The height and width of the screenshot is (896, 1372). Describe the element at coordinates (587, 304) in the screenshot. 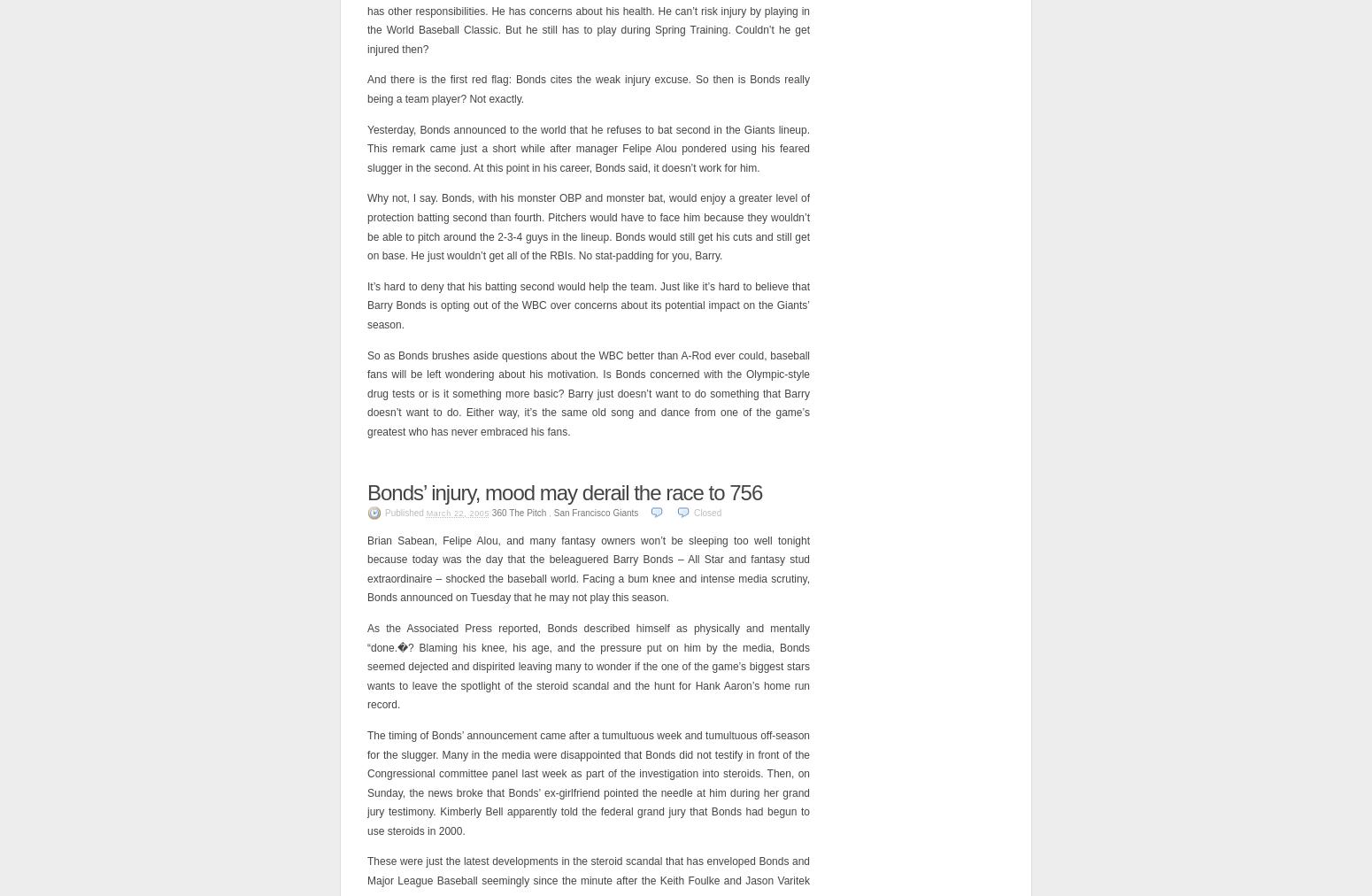

I see `'It’s hard to deny that his batting second would help the team. Just like it’s hard to believe that Barry Bonds is opting out of the WBC over concerns about its potential impact on the Giants’ season.'` at that location.